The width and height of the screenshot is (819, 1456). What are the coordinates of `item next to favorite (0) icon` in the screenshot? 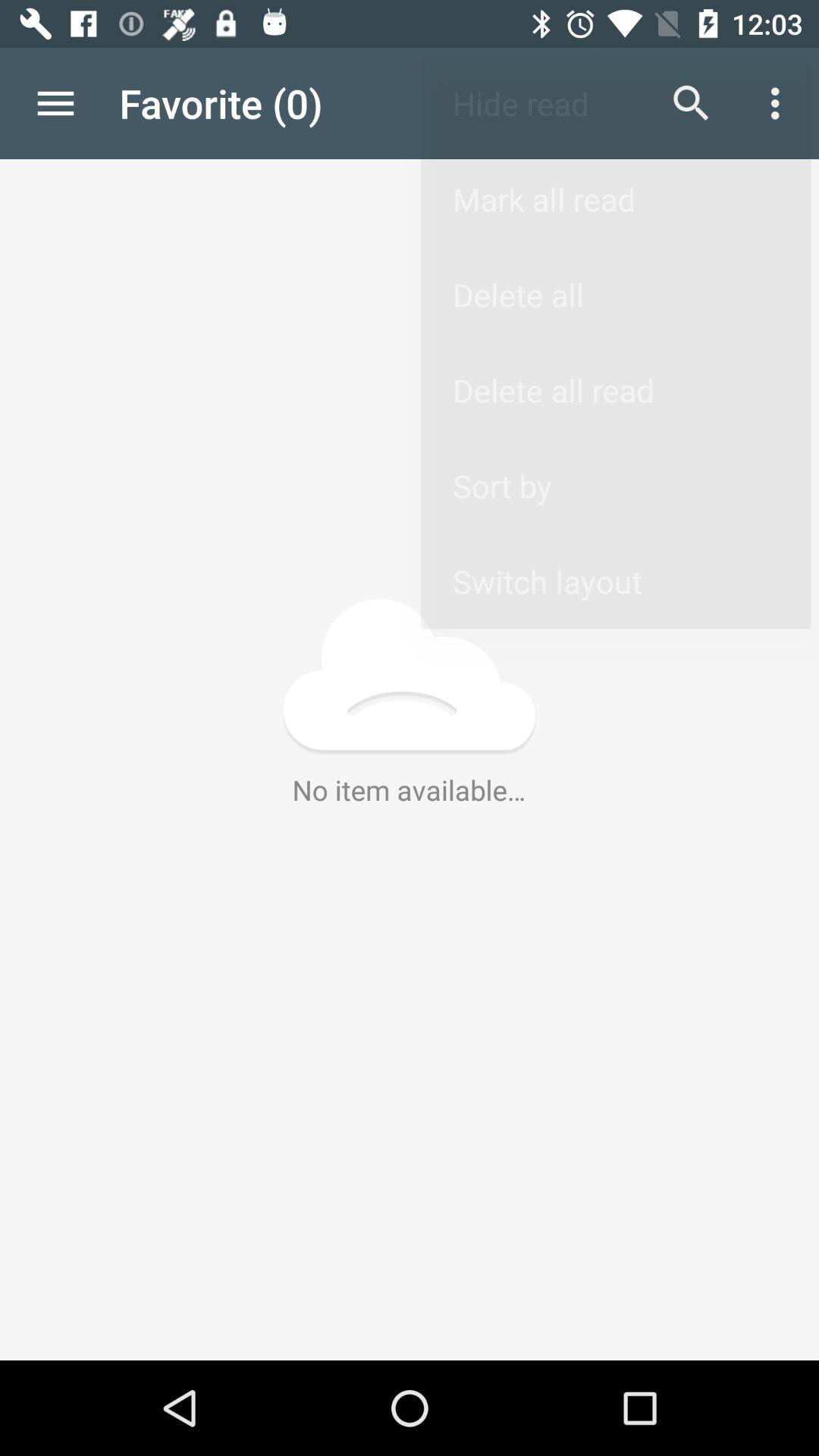 It's located at (55, 102).